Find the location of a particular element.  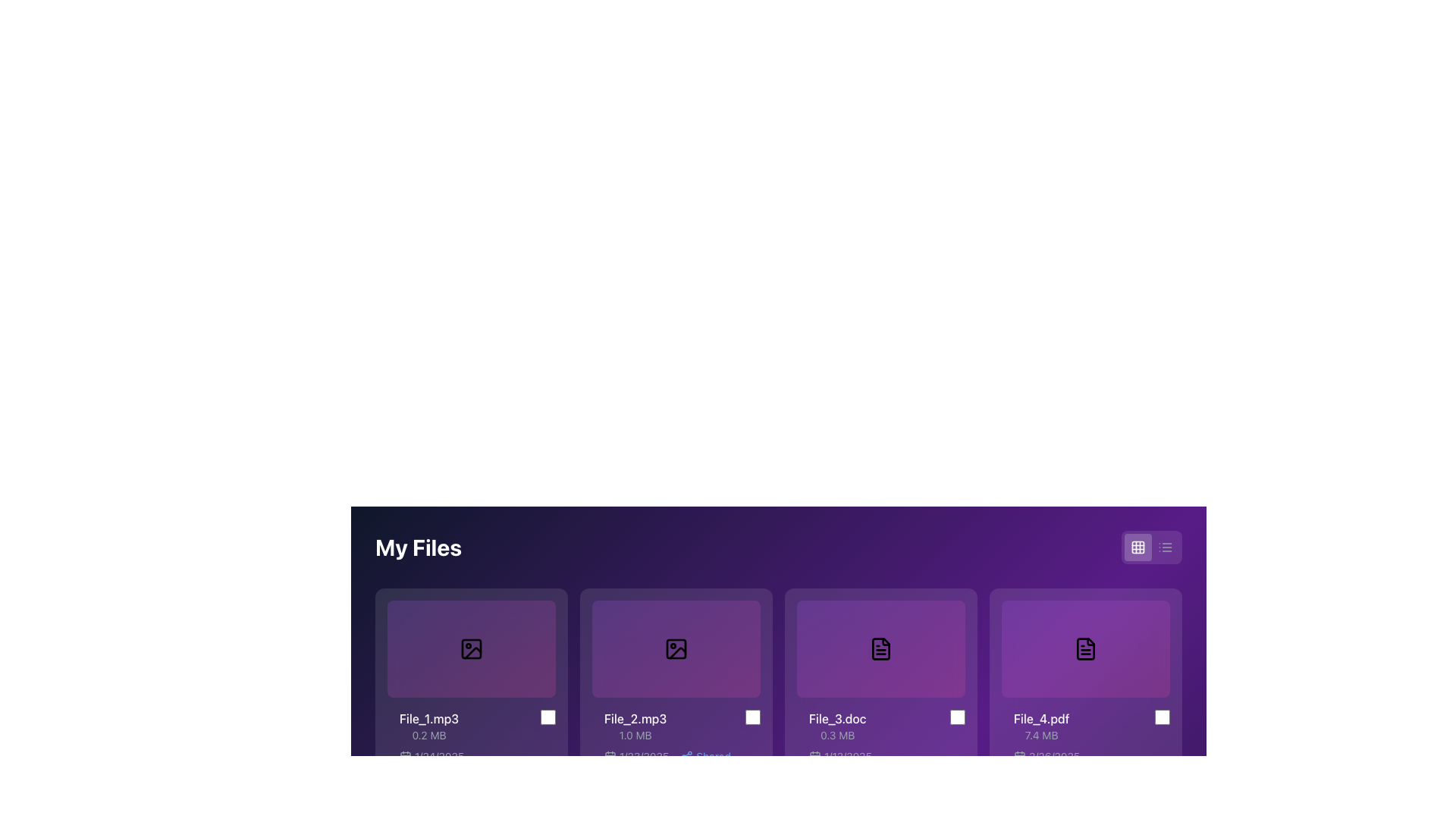

the date display element that shows '1/24/2025' next to a calendar icon, located at the bottom left of its respective file card is located at coordinates (431, 757).